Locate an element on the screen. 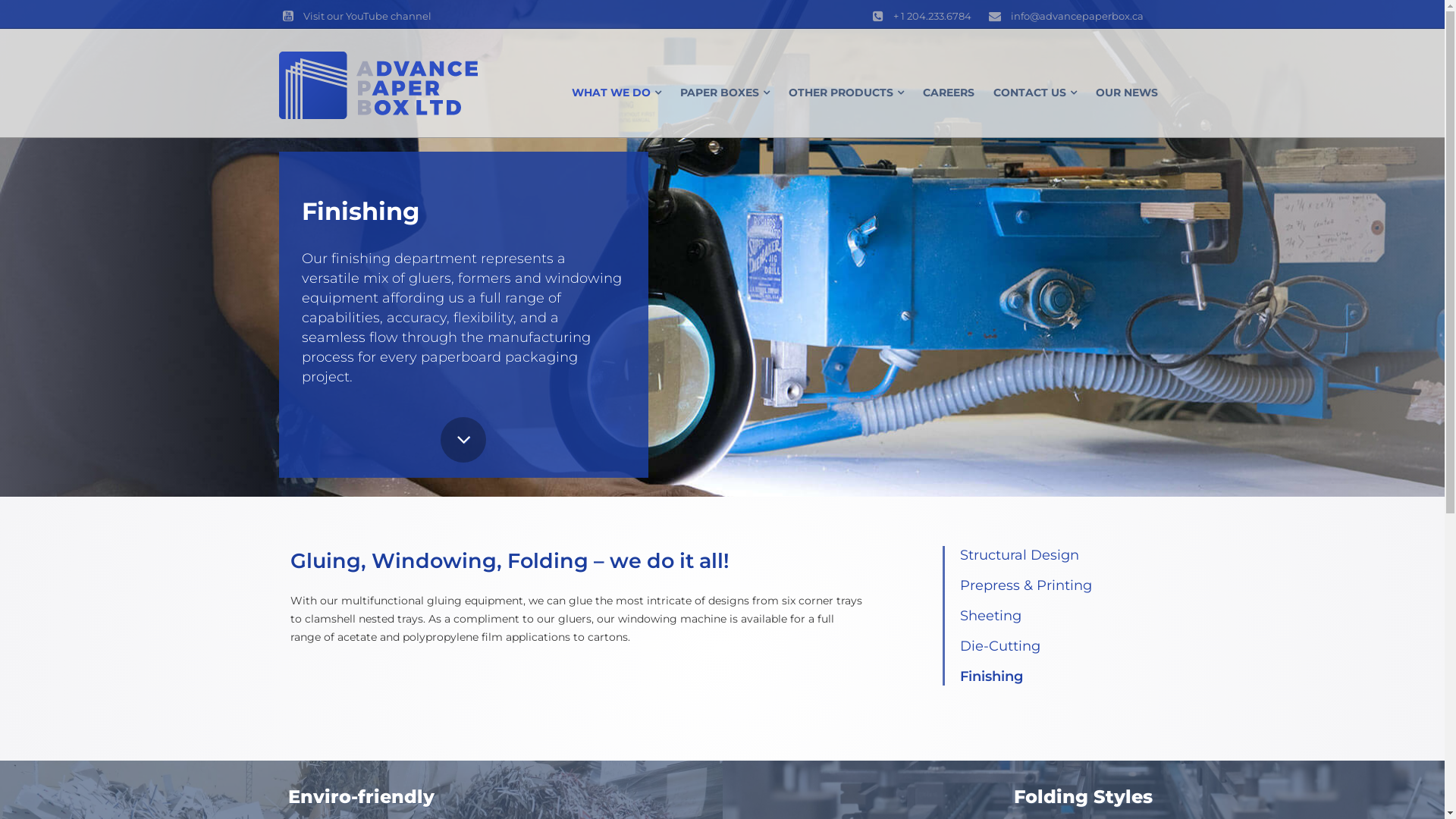 This screenshot has width=1456, height=819. 'WHAT WE DO' is located at coordinates (616, 93).